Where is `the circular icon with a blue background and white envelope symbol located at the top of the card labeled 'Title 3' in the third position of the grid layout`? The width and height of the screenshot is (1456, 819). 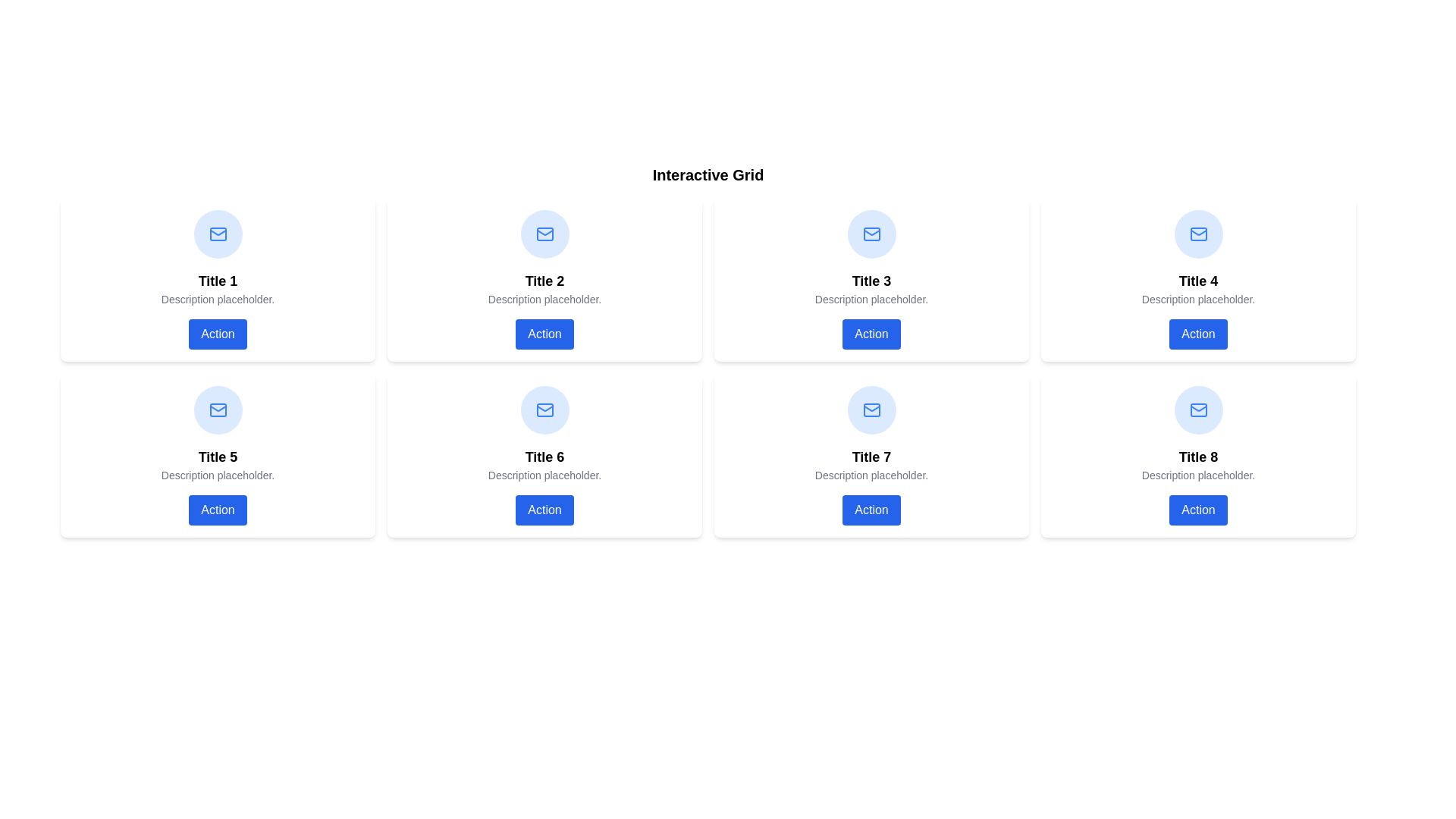 the circular icon with a blue background and white envelope symbol located at the top of the card labeled 'Title 3' in the third position of the grid layout is located at coordinates (871, 234).